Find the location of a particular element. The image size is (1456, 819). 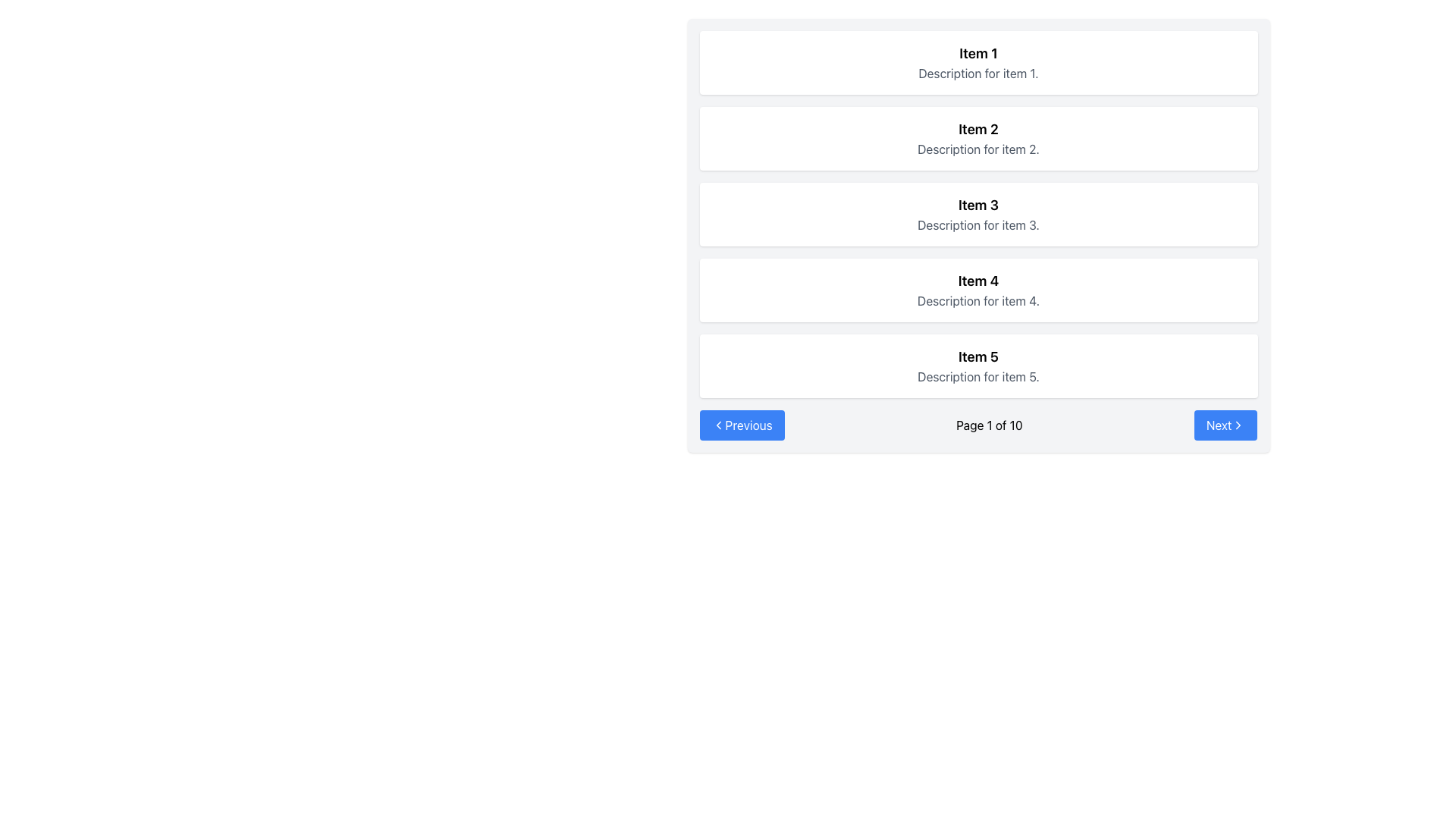

the text block providing additional descriptive information related to 'Item 1', which is located directly beneath the 'Item 1' heading is located at coordinates (978, 73).